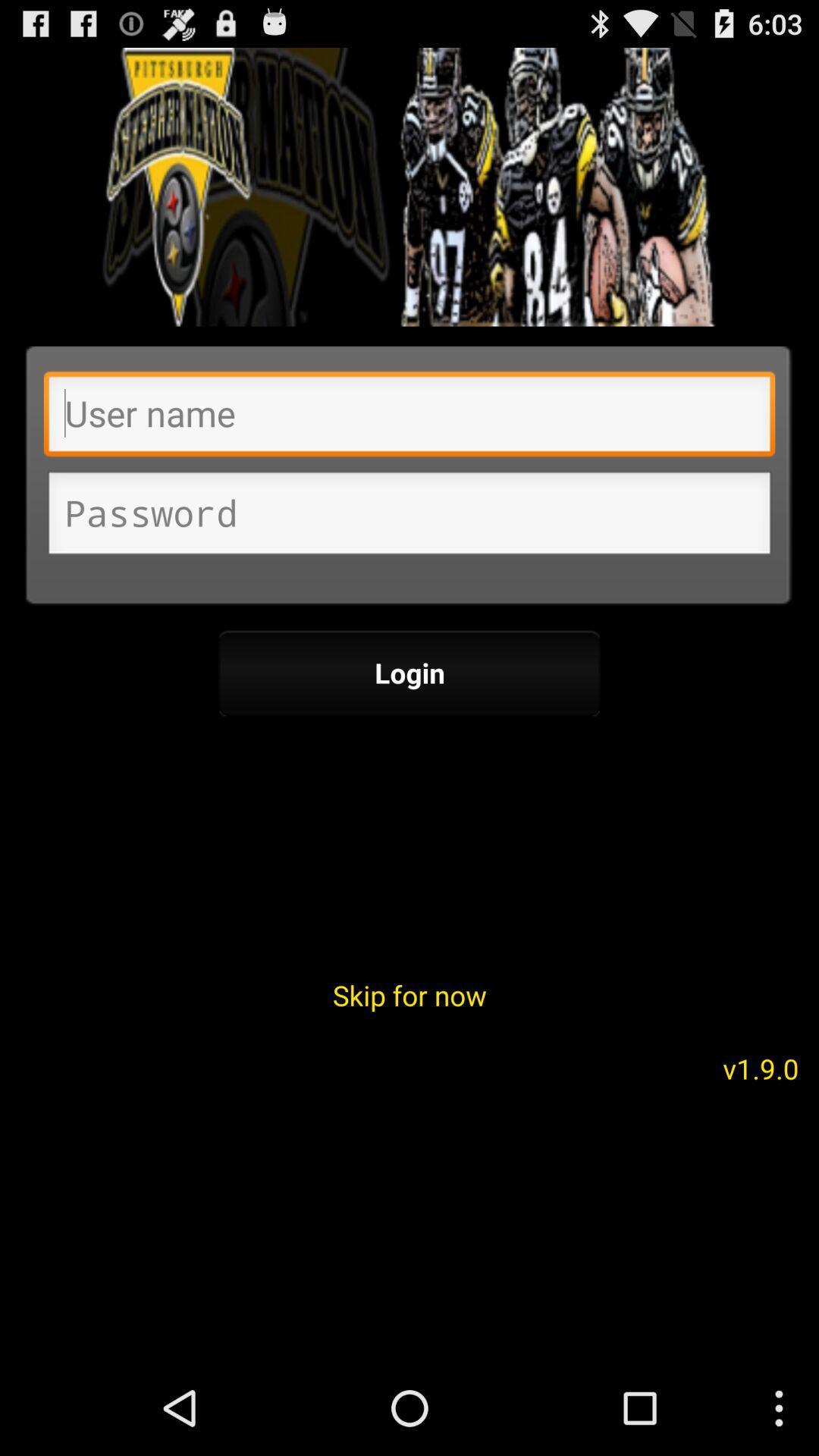  What do you see at coordinates (409, 418) in the screenshot?
I see `user name` at bounding box center [409, 418].